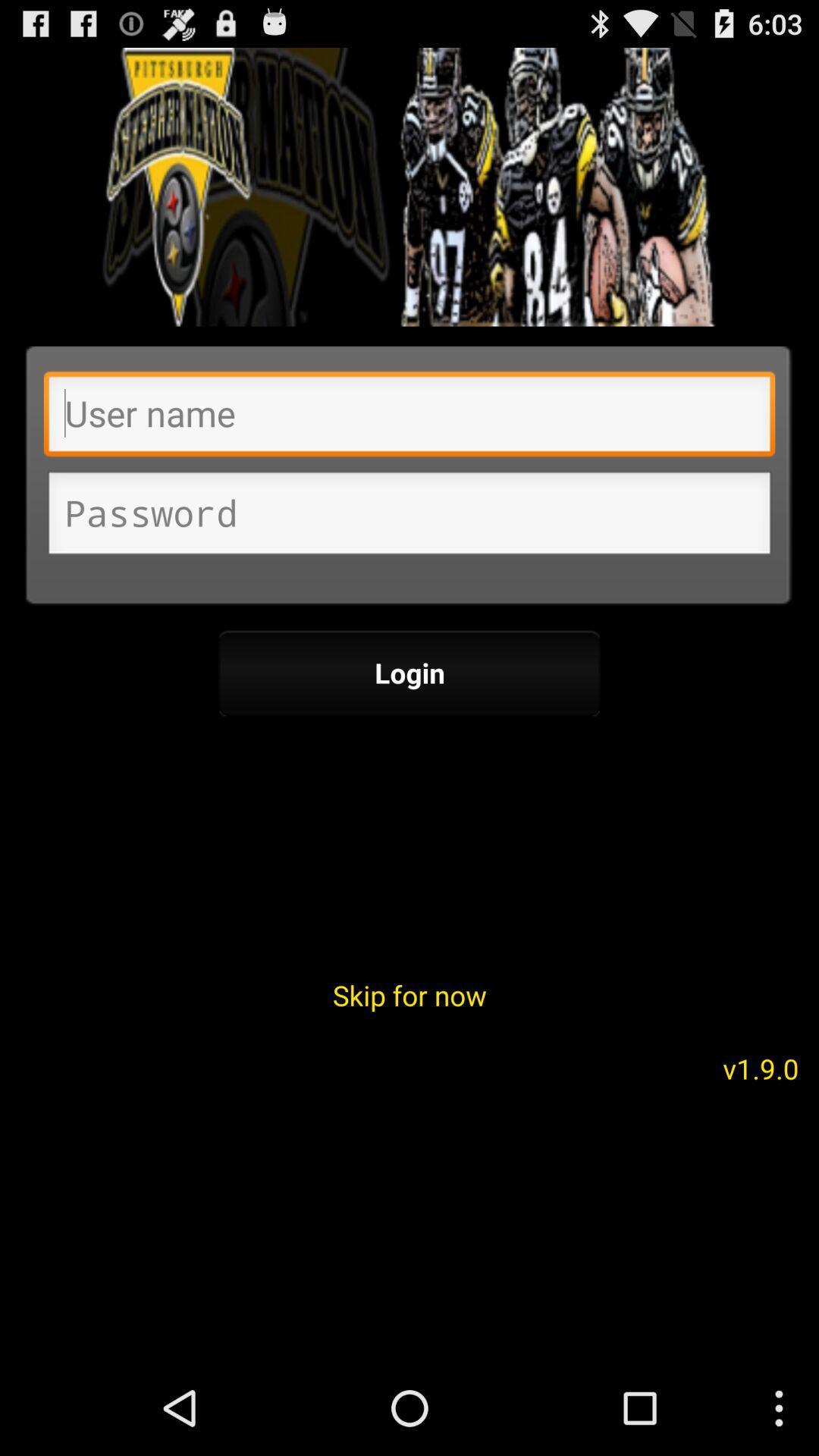  What do you see at coordinates (409, 418) in the screenshot?
I see `user name` at bounding box center [409, 418].